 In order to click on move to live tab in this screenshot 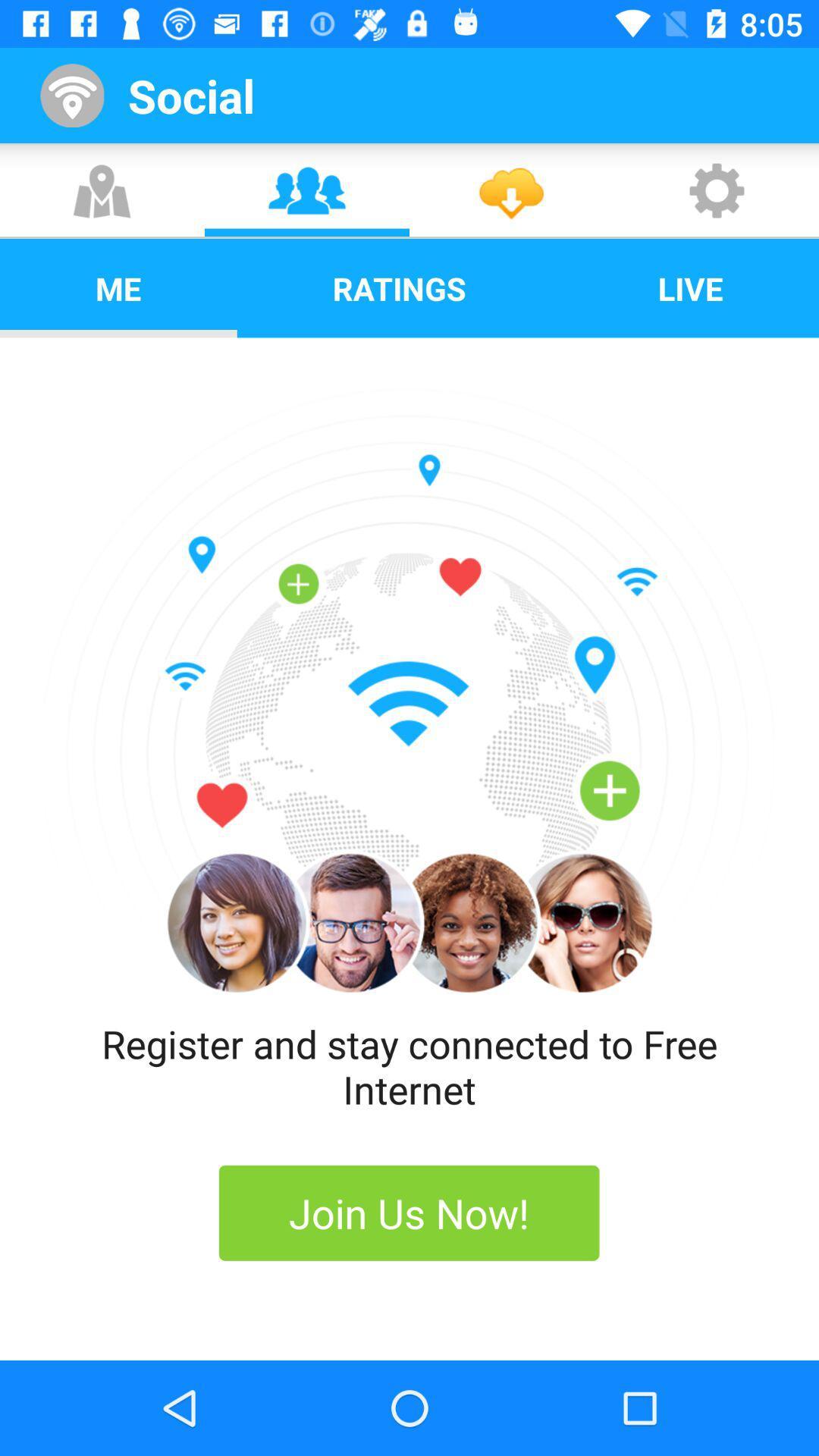, I will do `click(690, 288)`.